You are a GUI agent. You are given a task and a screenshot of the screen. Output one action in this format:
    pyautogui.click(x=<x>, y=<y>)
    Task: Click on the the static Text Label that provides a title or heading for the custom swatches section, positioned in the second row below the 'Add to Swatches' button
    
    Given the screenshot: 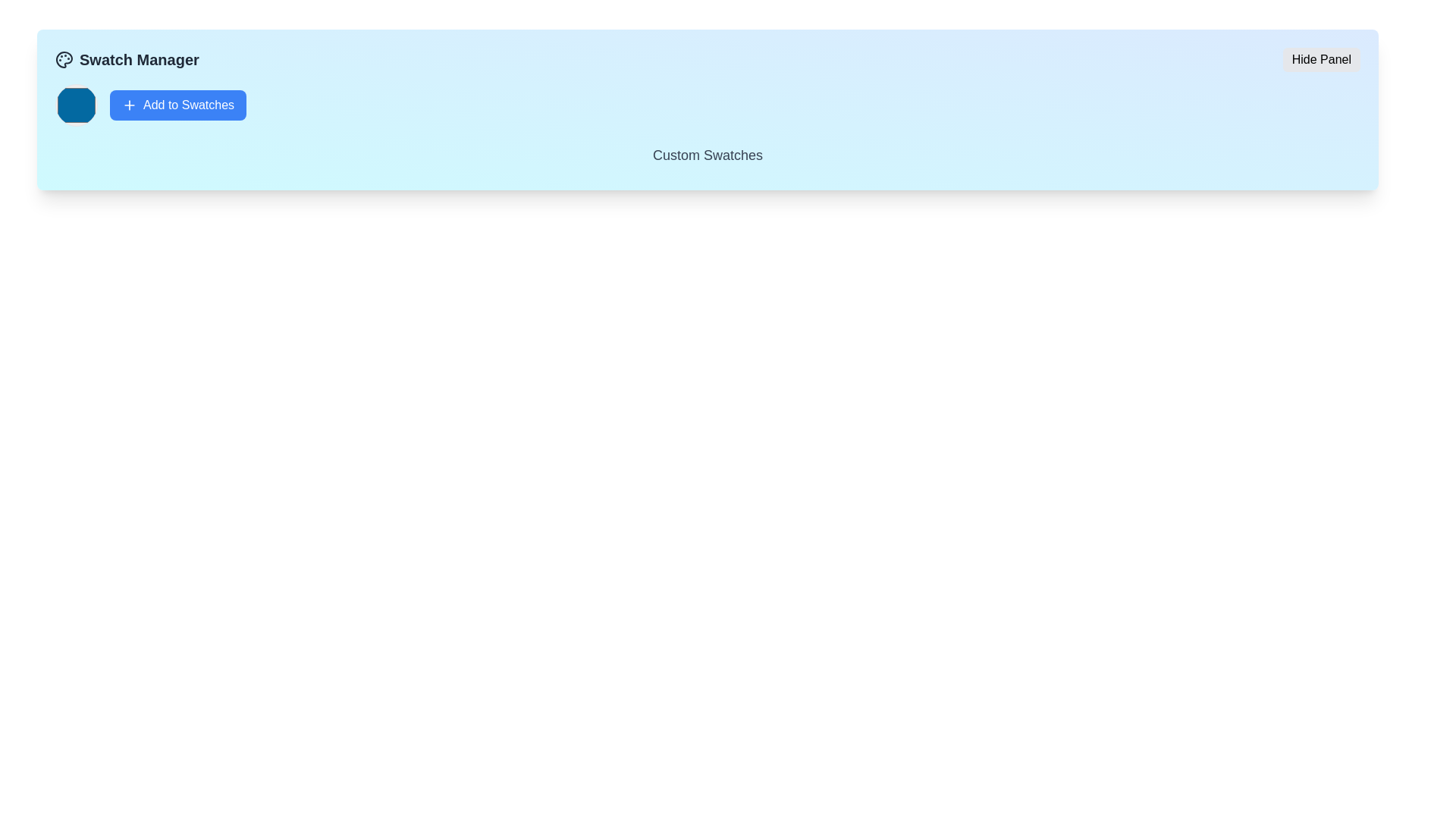 What is the action you would take?
    pyautogui.click(x=707, y=155)
    